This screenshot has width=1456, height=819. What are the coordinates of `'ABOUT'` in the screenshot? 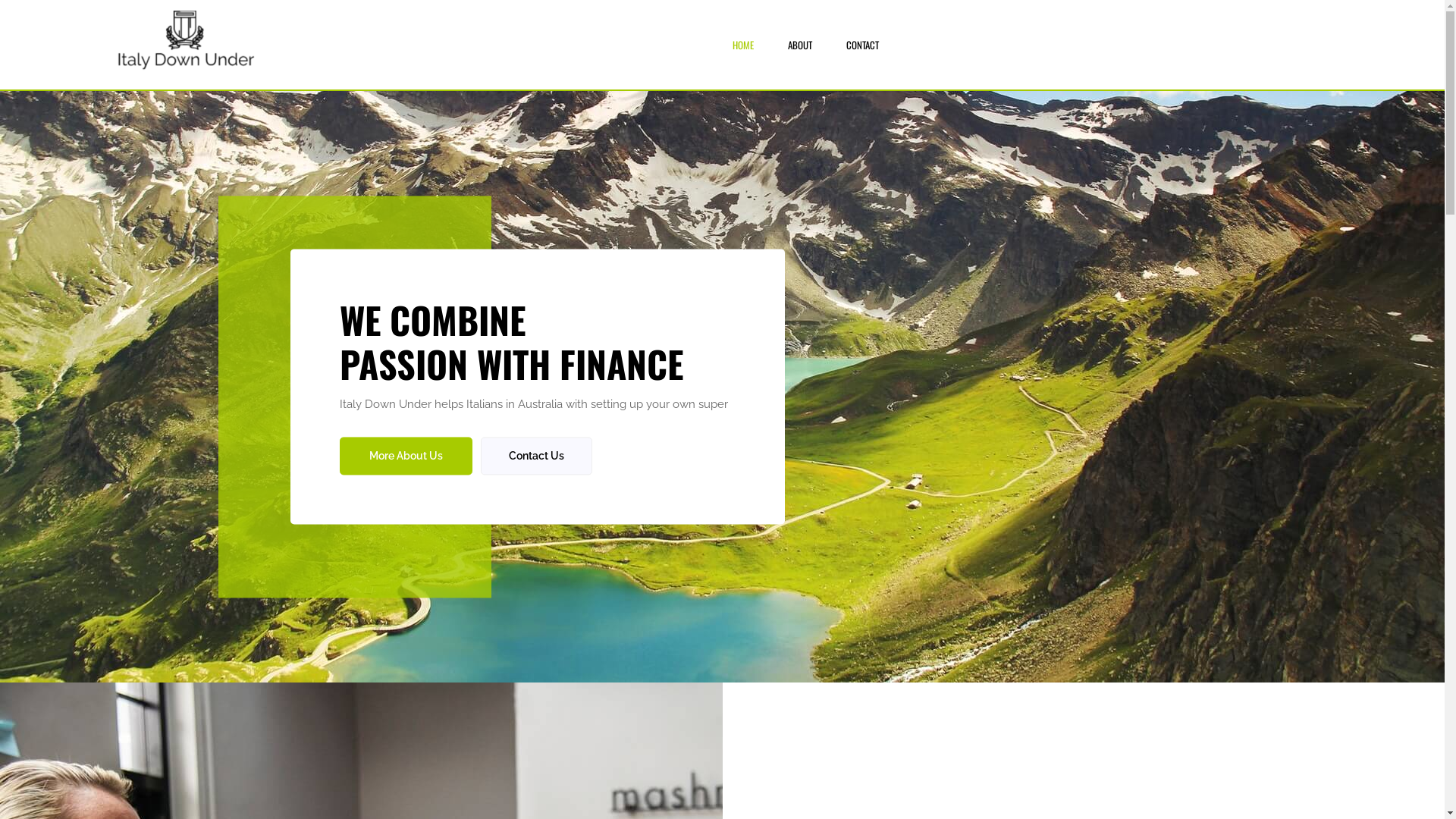 It's located at (799, 43).